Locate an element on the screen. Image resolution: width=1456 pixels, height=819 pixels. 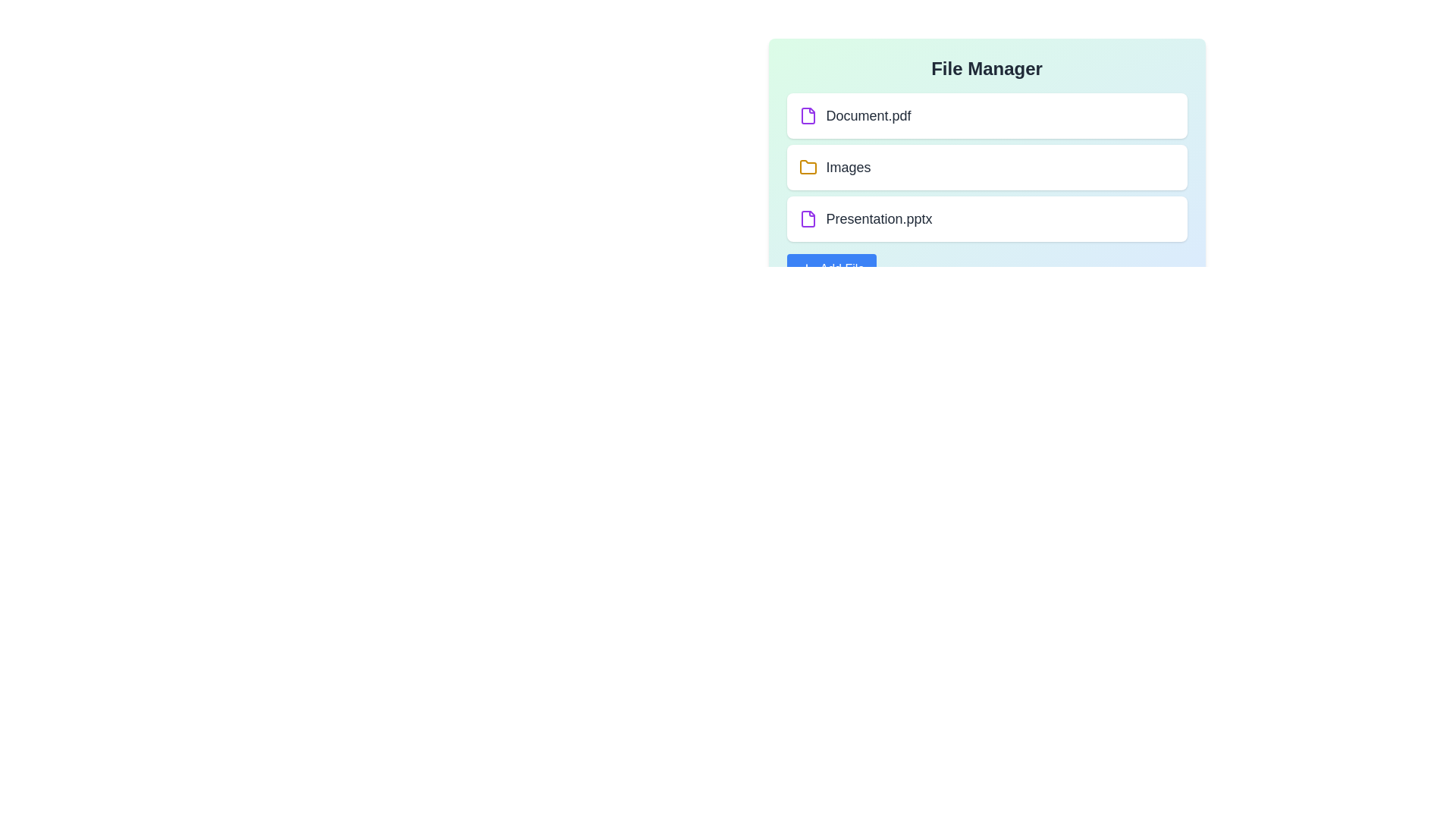
the file or folder named Images to edit or view details is located at coordinates (987, 167).